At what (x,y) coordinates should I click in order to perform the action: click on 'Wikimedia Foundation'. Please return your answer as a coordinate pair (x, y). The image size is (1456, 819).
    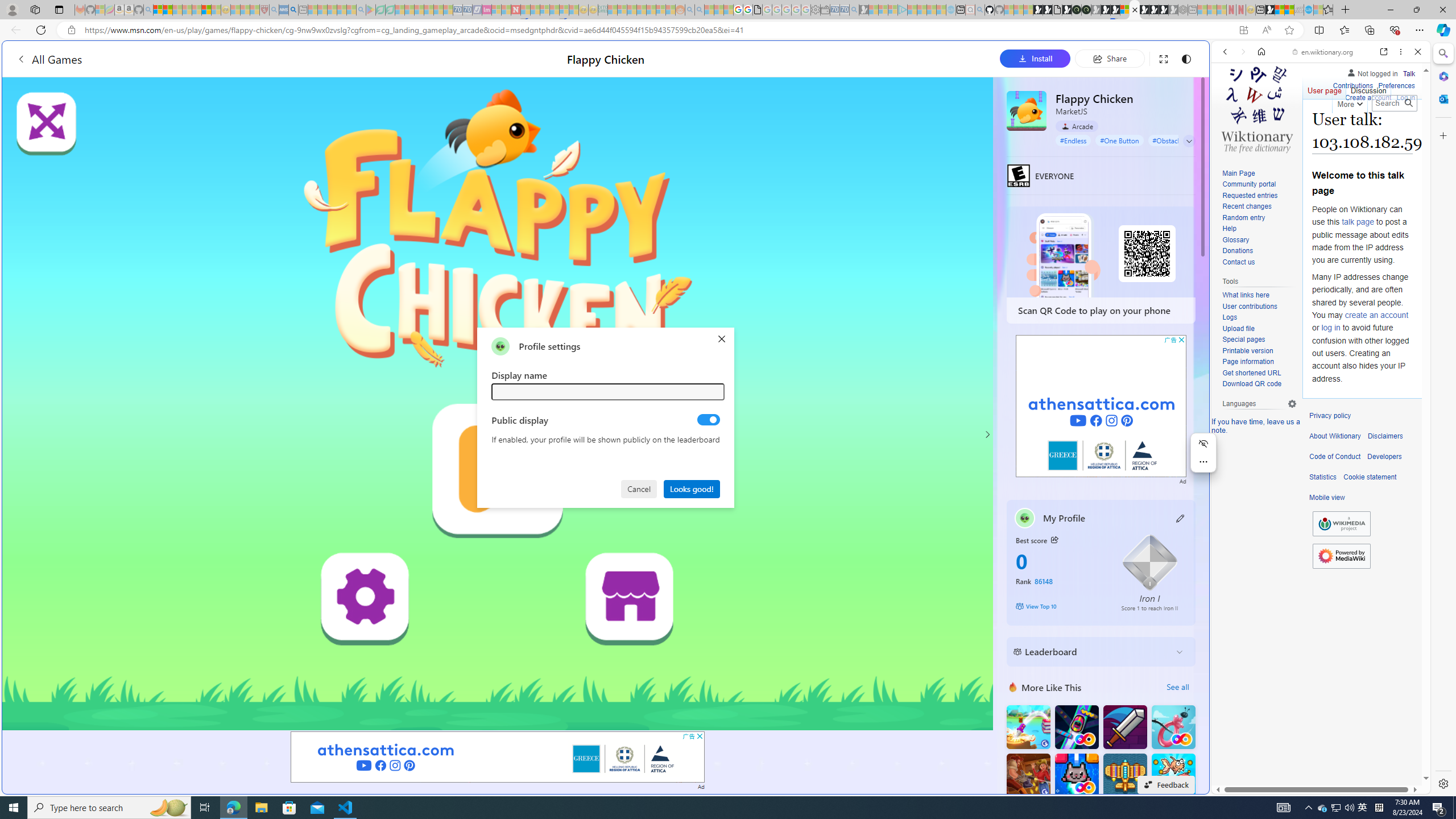
    Looking at the image, I should click on (1342, 523).